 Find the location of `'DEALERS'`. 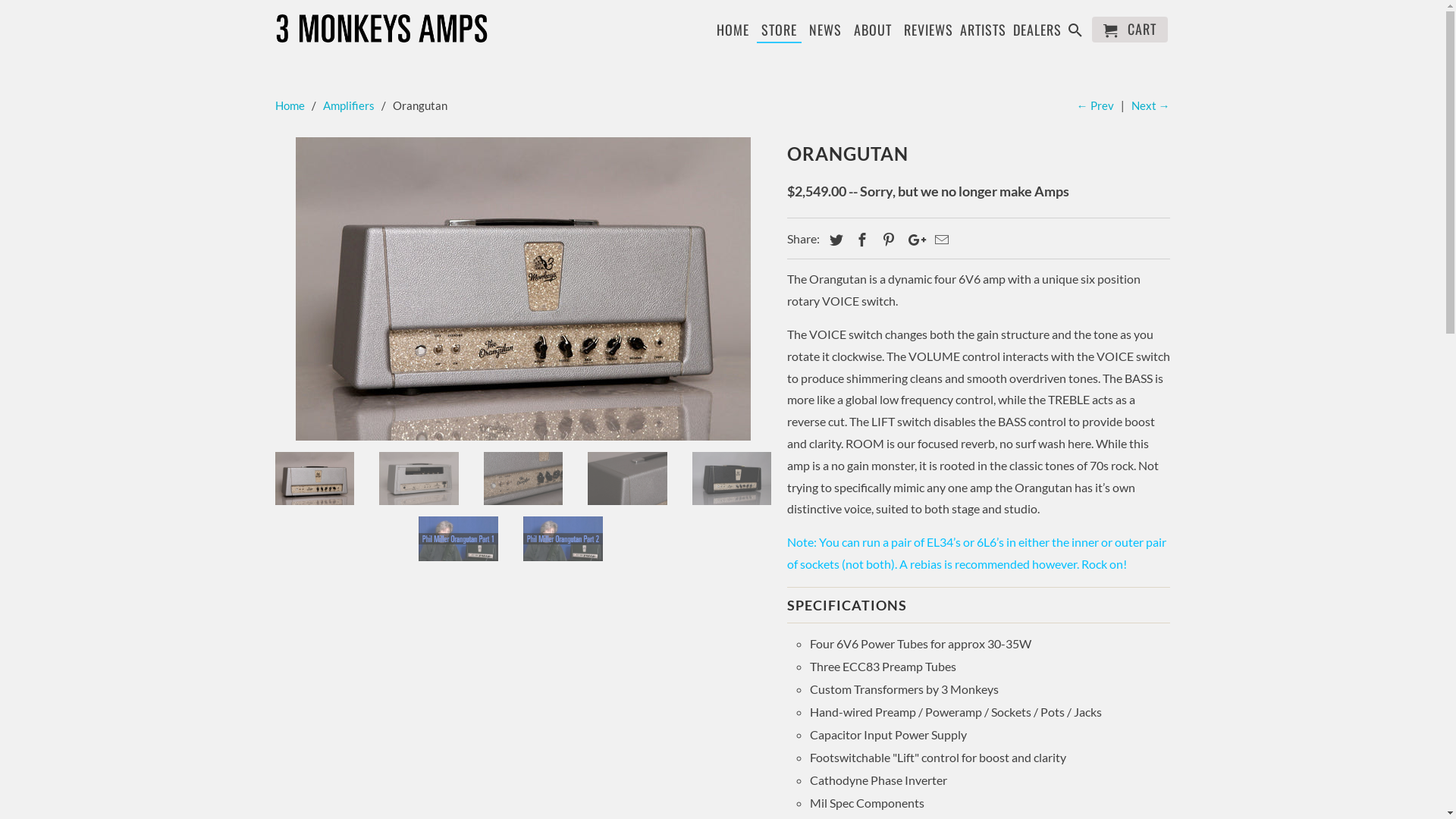

'DEALERS' is located at coordinates (1037, 32).